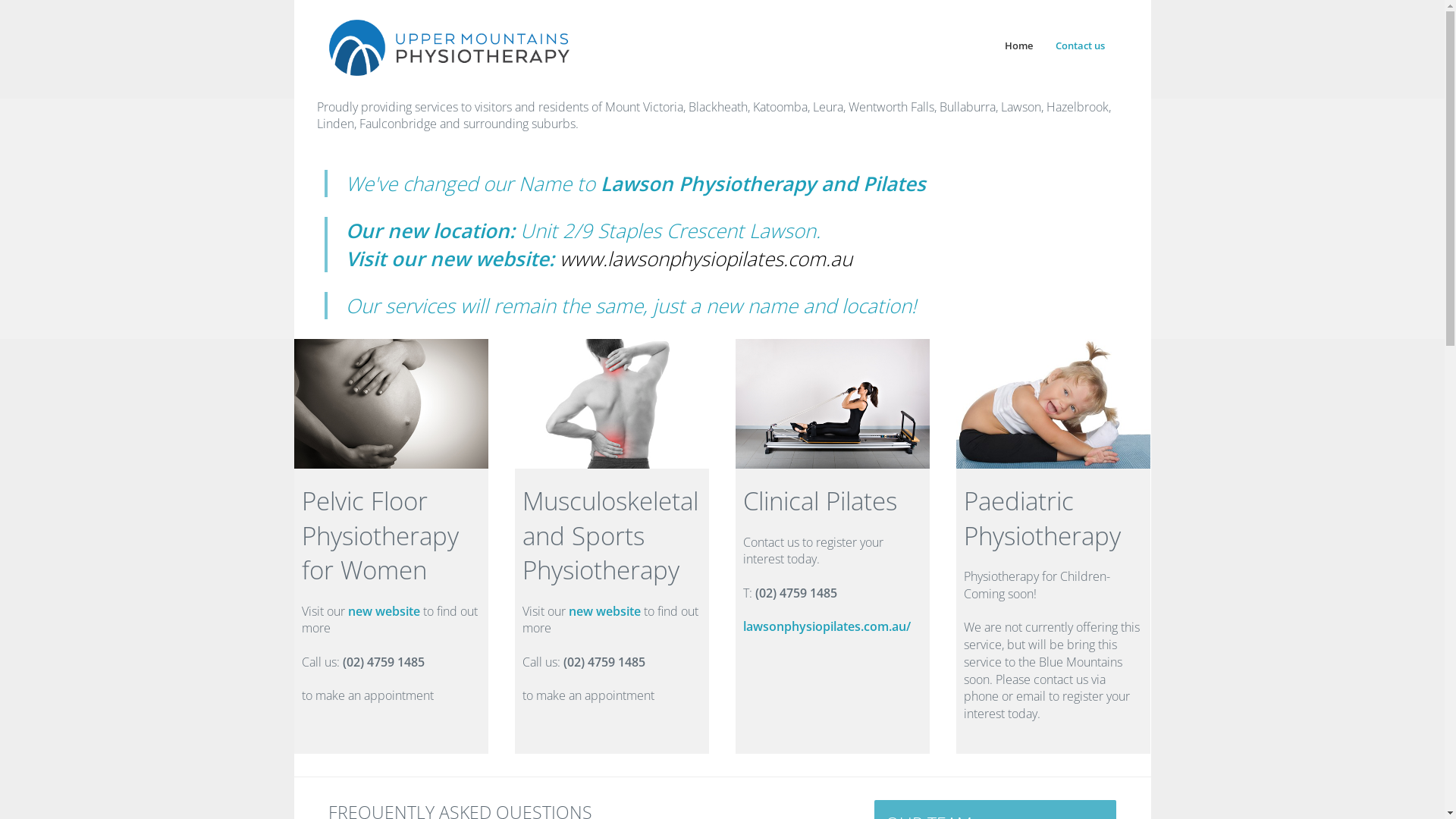 The width and height of the screenshot is (1456, 819). What do you see at coordinates (705, 257) in the screenshot?
I see `'www.lawsonphysiopilates.com.au'` at bounding box center [705, 257].